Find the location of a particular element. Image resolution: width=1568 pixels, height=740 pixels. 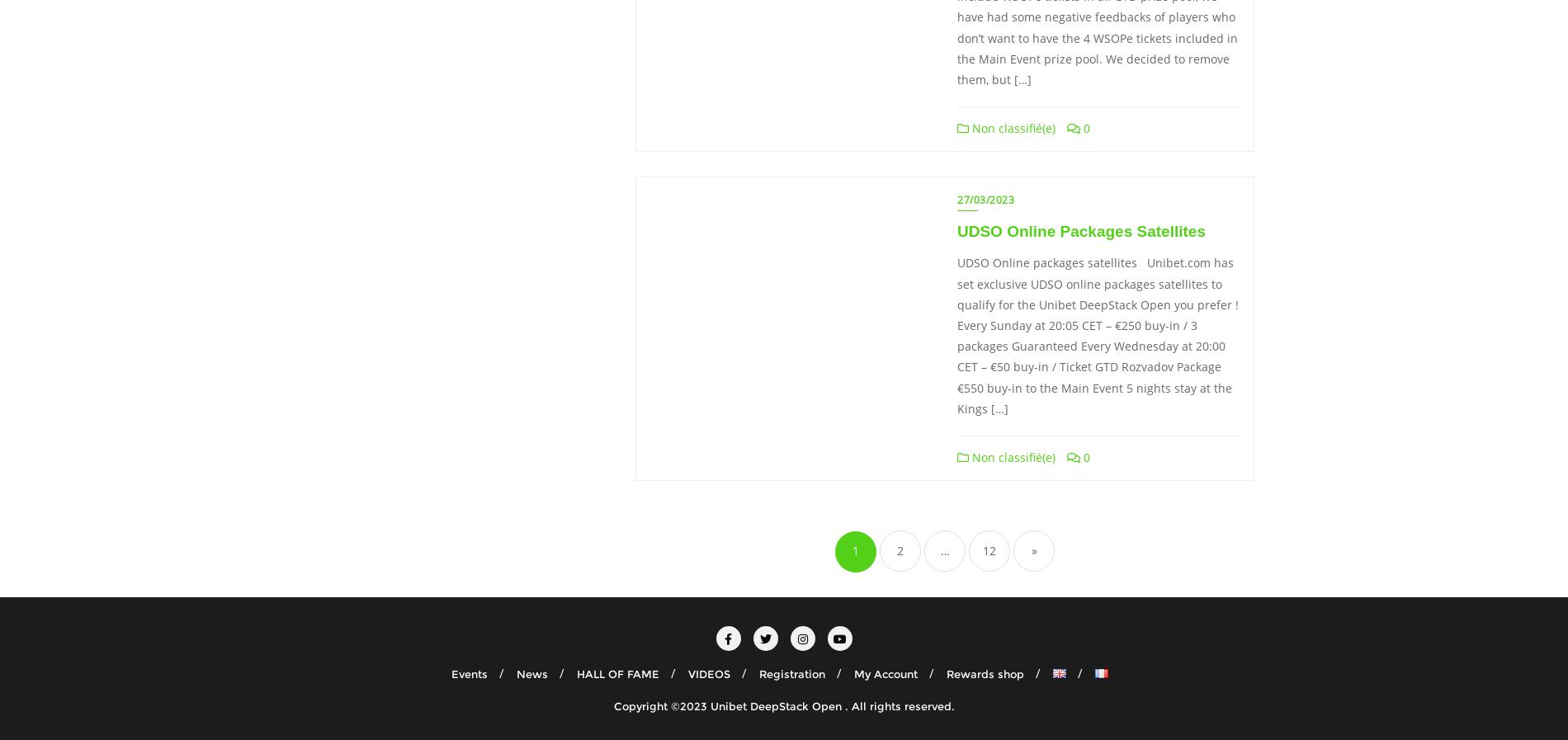

'Rewards shop' is located at coordinates (984, 673).